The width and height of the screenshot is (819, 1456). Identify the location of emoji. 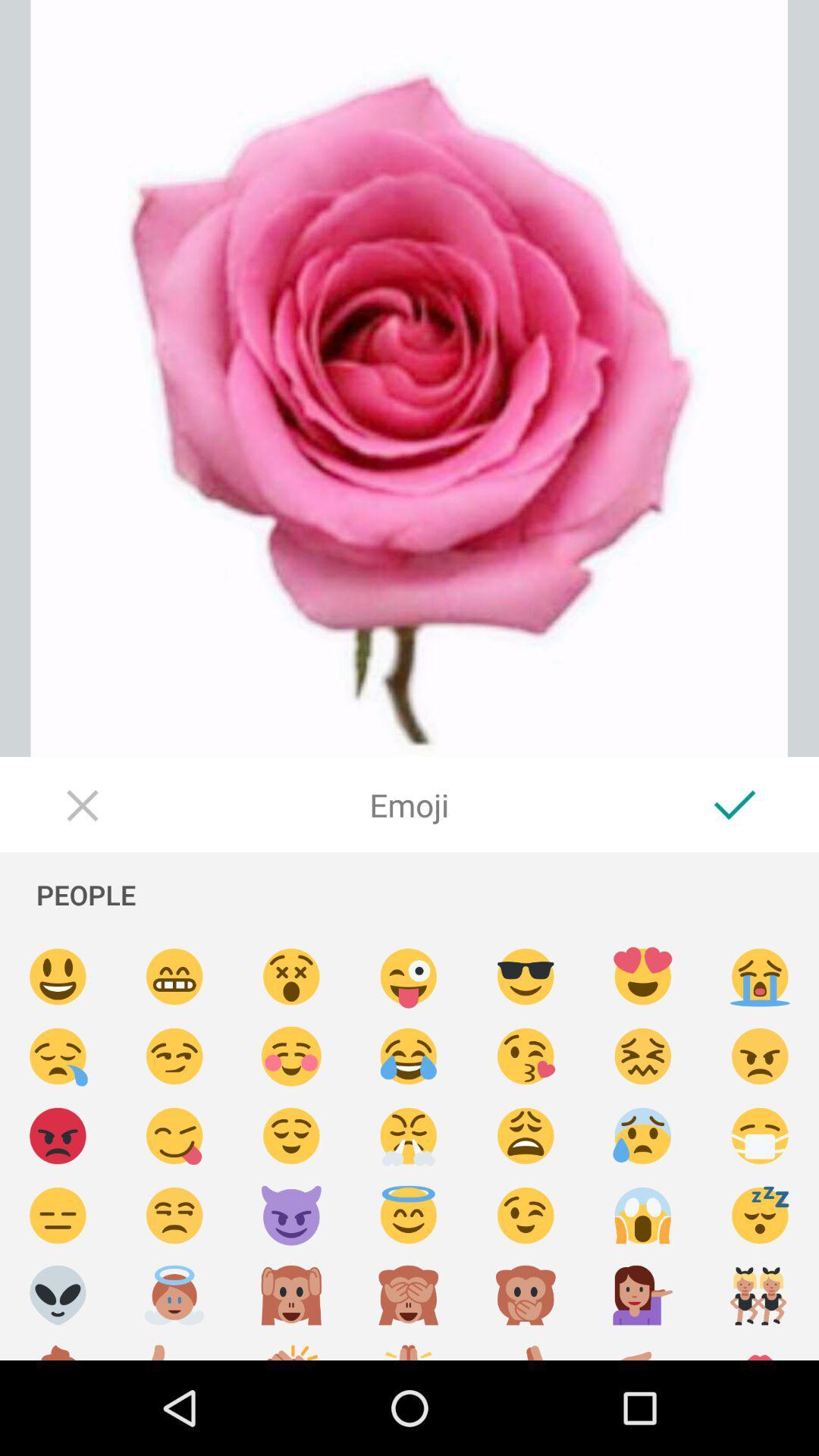
(174, 977).